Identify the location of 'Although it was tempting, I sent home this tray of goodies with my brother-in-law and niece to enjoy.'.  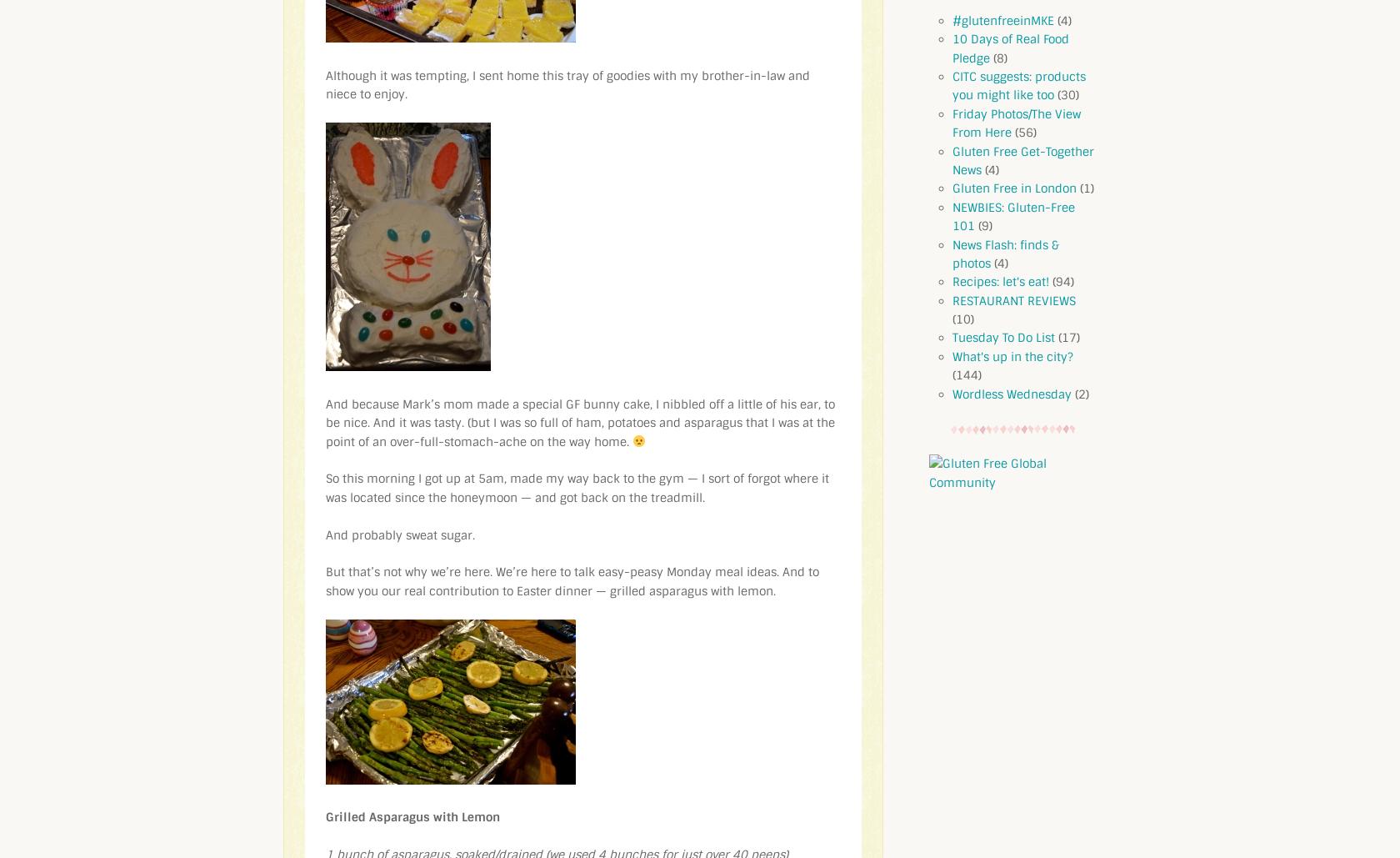
(567, 83).